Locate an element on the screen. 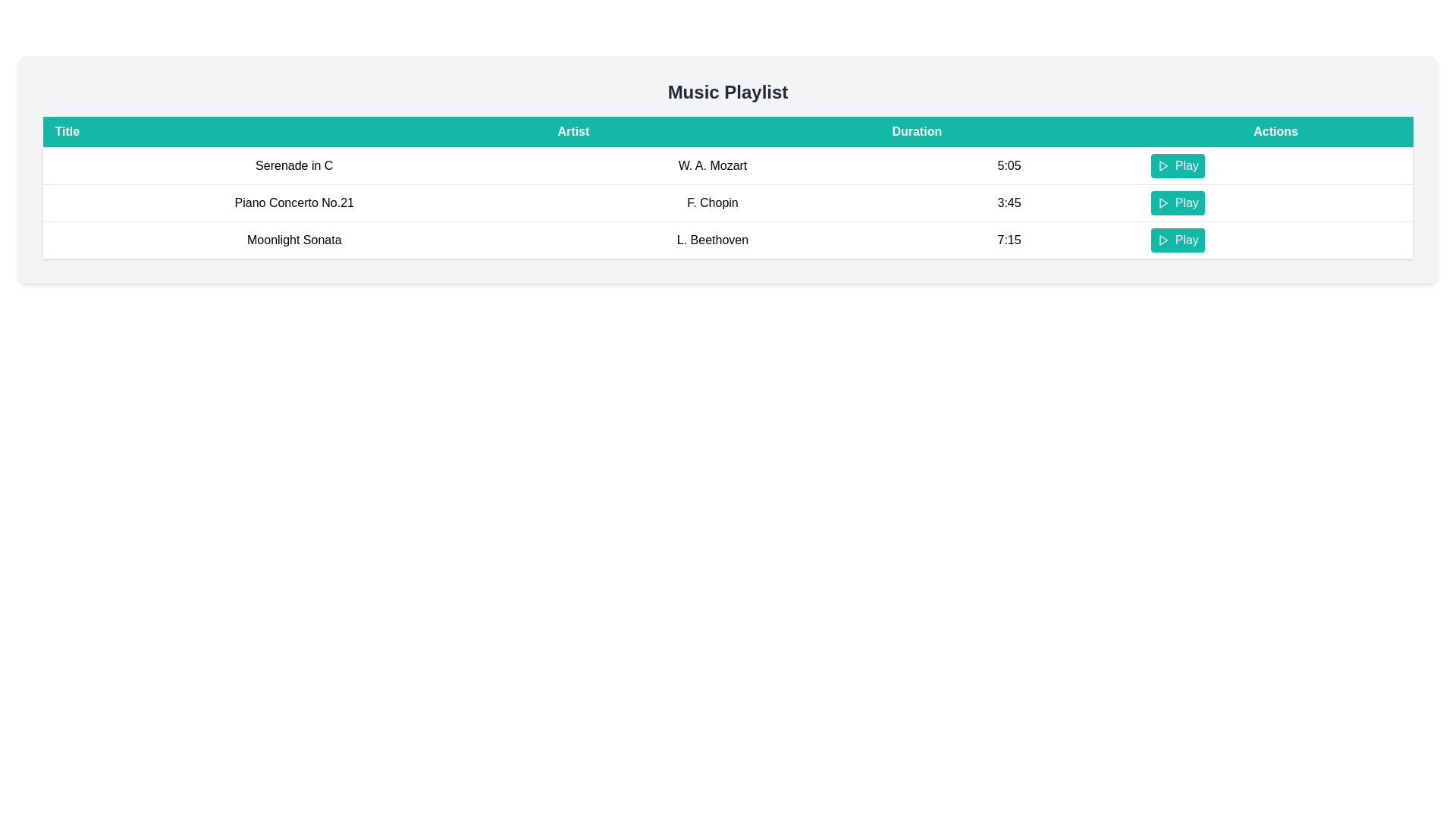 The width and height of the screenshot is (1456, 819). the SVG icon within the 'Play' button located is located at coordinates (1162, 239).